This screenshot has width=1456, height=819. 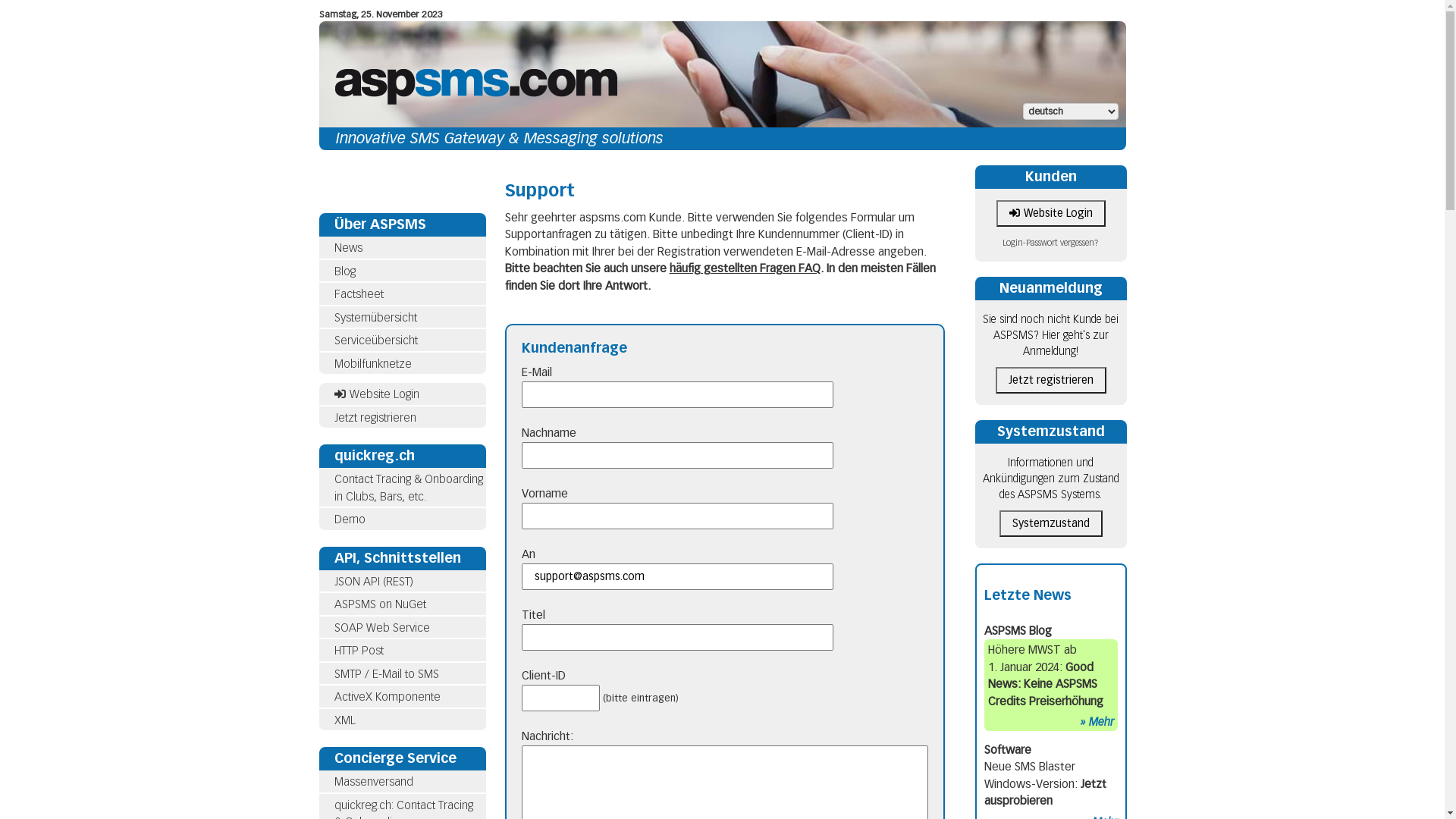 What do you see at coordinates (401, 604) in the screenshot?
I see `'ASPSMS on NuGet'` at bounding box center [401, 604].